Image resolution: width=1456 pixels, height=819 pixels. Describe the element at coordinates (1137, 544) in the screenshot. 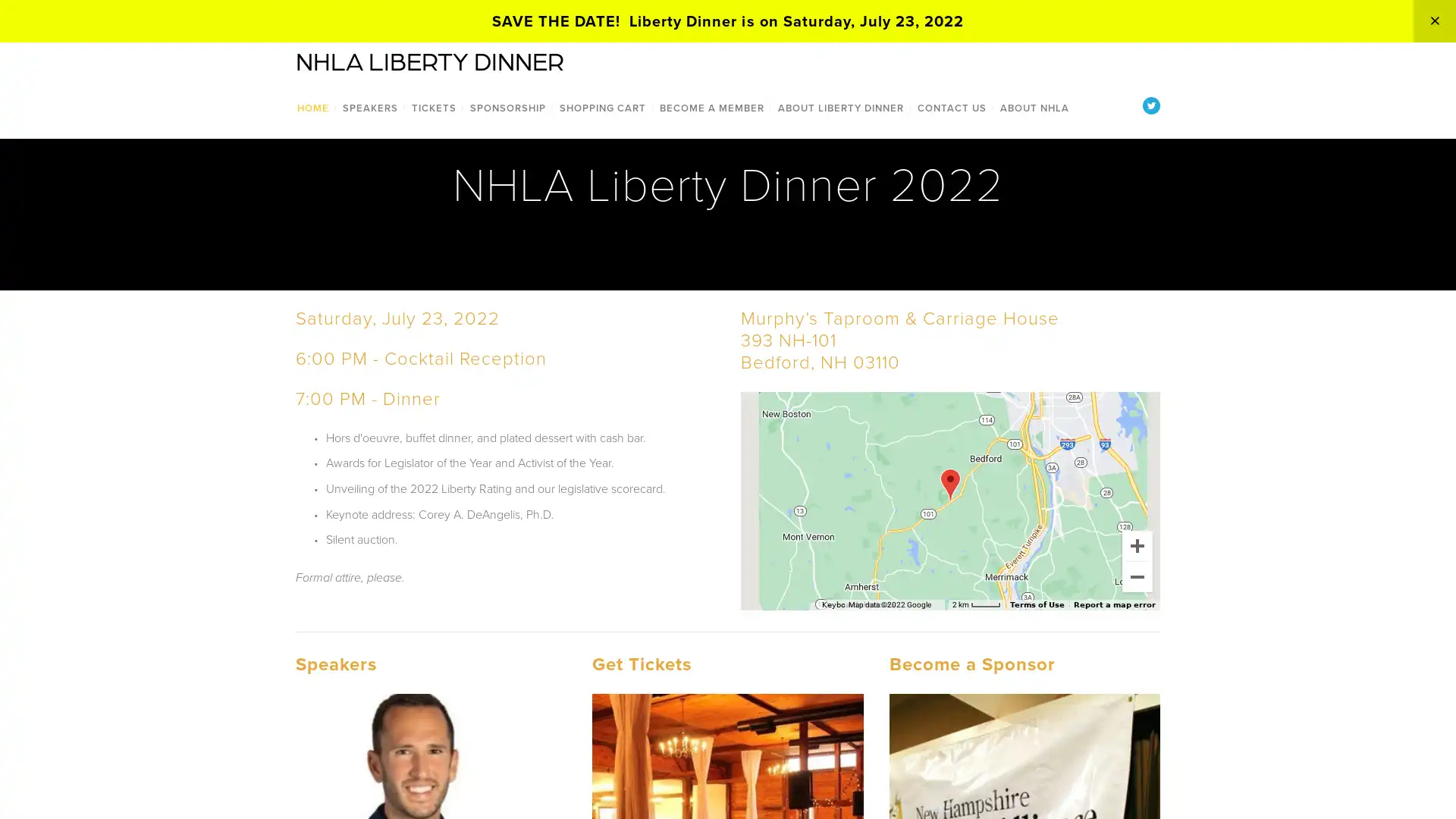

I see `Zoom in` at that location.